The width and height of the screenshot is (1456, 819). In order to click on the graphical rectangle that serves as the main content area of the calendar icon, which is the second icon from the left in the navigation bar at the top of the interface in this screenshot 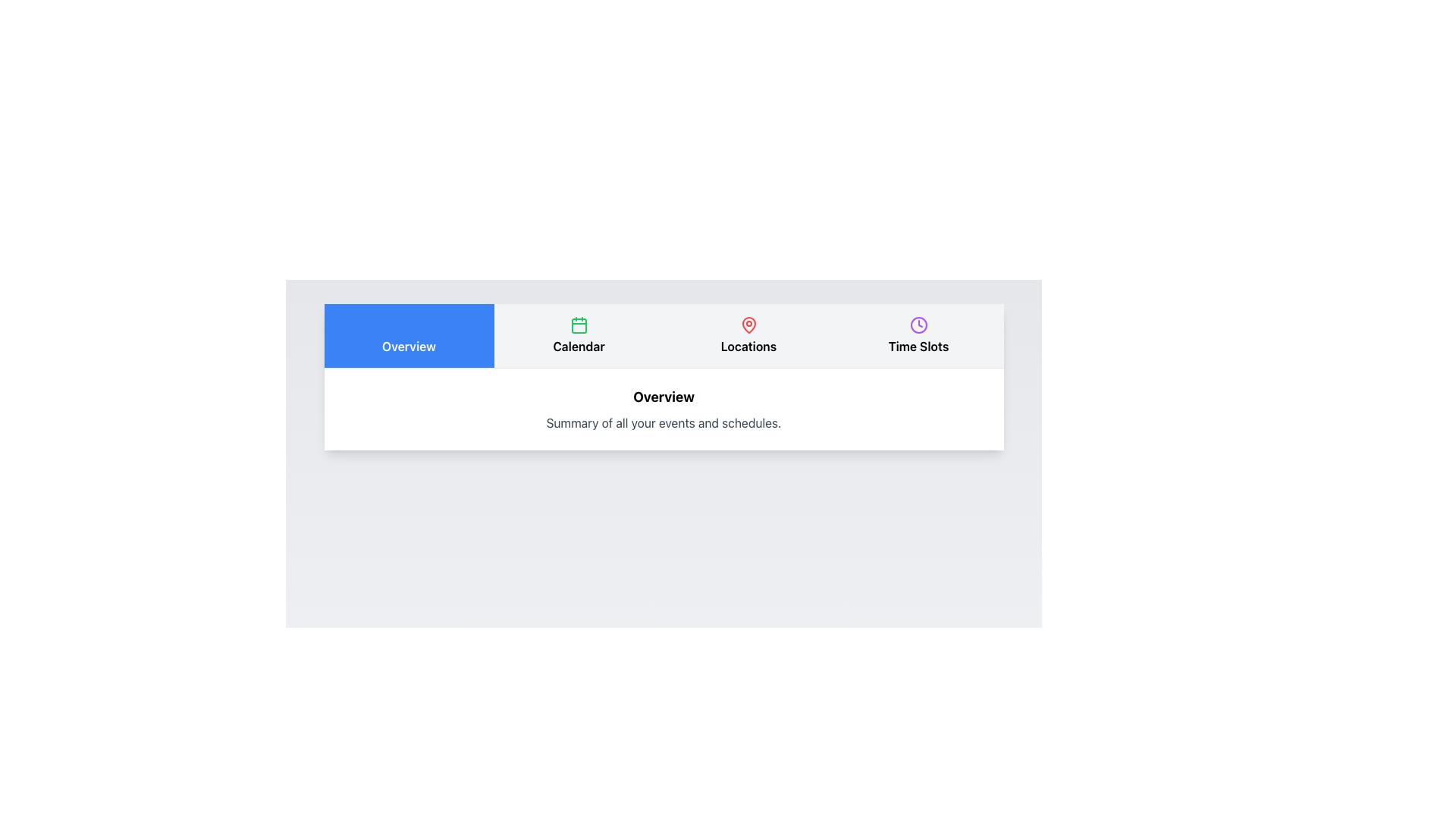, I will do `click(578, 325)`.